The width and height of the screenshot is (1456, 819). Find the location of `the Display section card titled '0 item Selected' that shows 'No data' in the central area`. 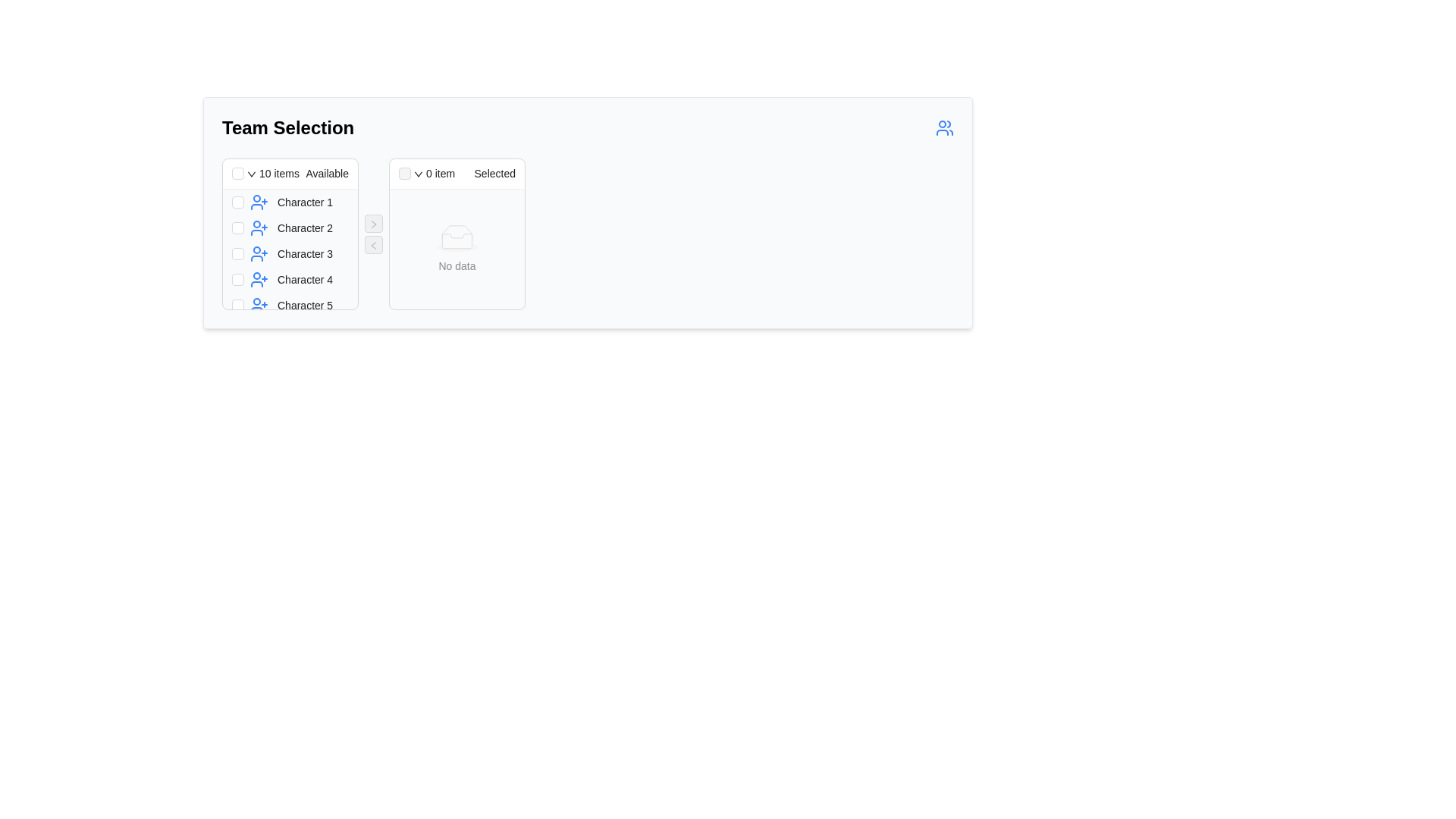

the Display section card titled '0 item Selected' that shows 'No data' in the central area is located at coordinates (457, 234).